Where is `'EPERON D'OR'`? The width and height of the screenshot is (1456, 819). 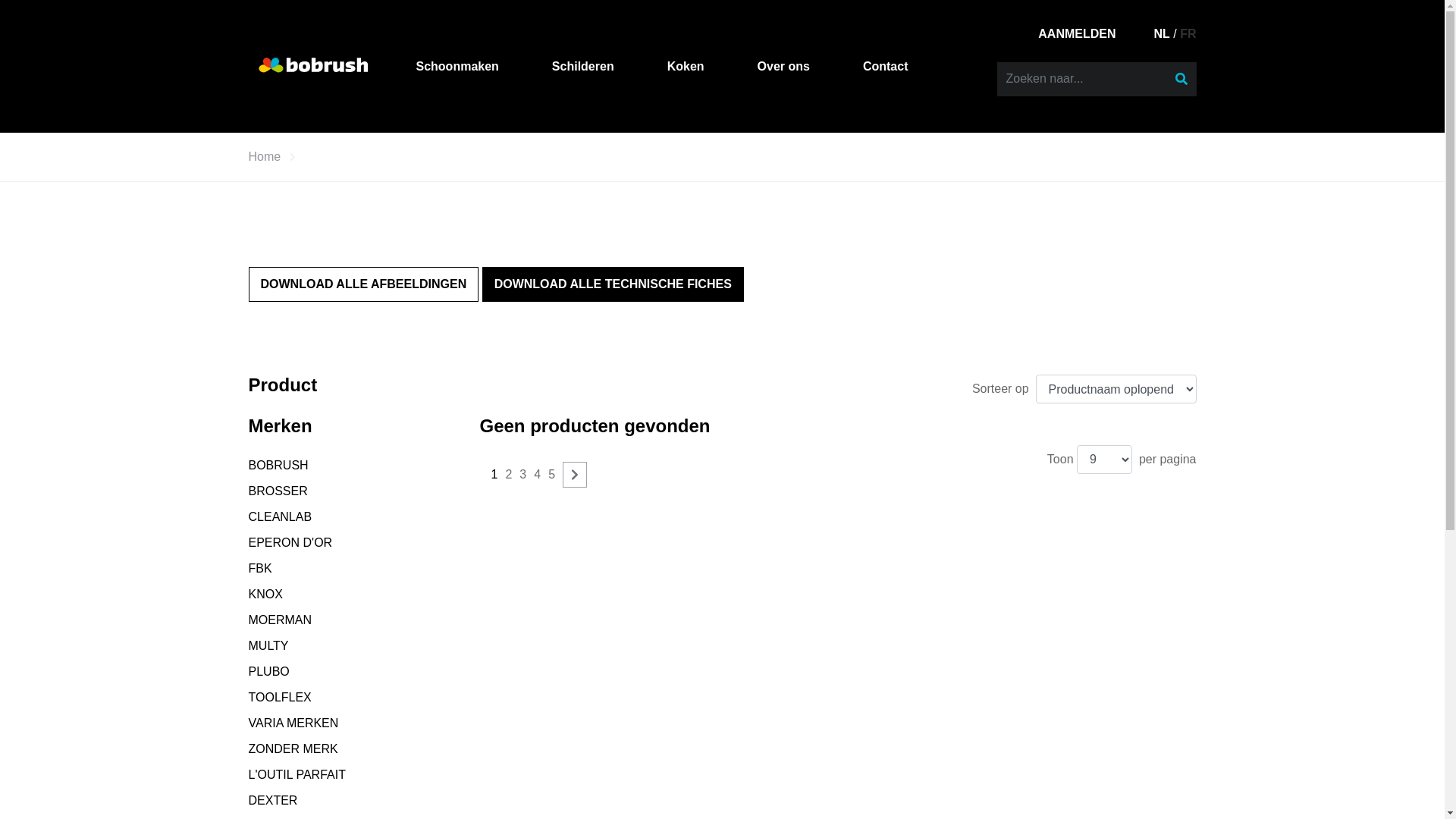 'EPERON D'OR' is located at coordinates (248, 542).